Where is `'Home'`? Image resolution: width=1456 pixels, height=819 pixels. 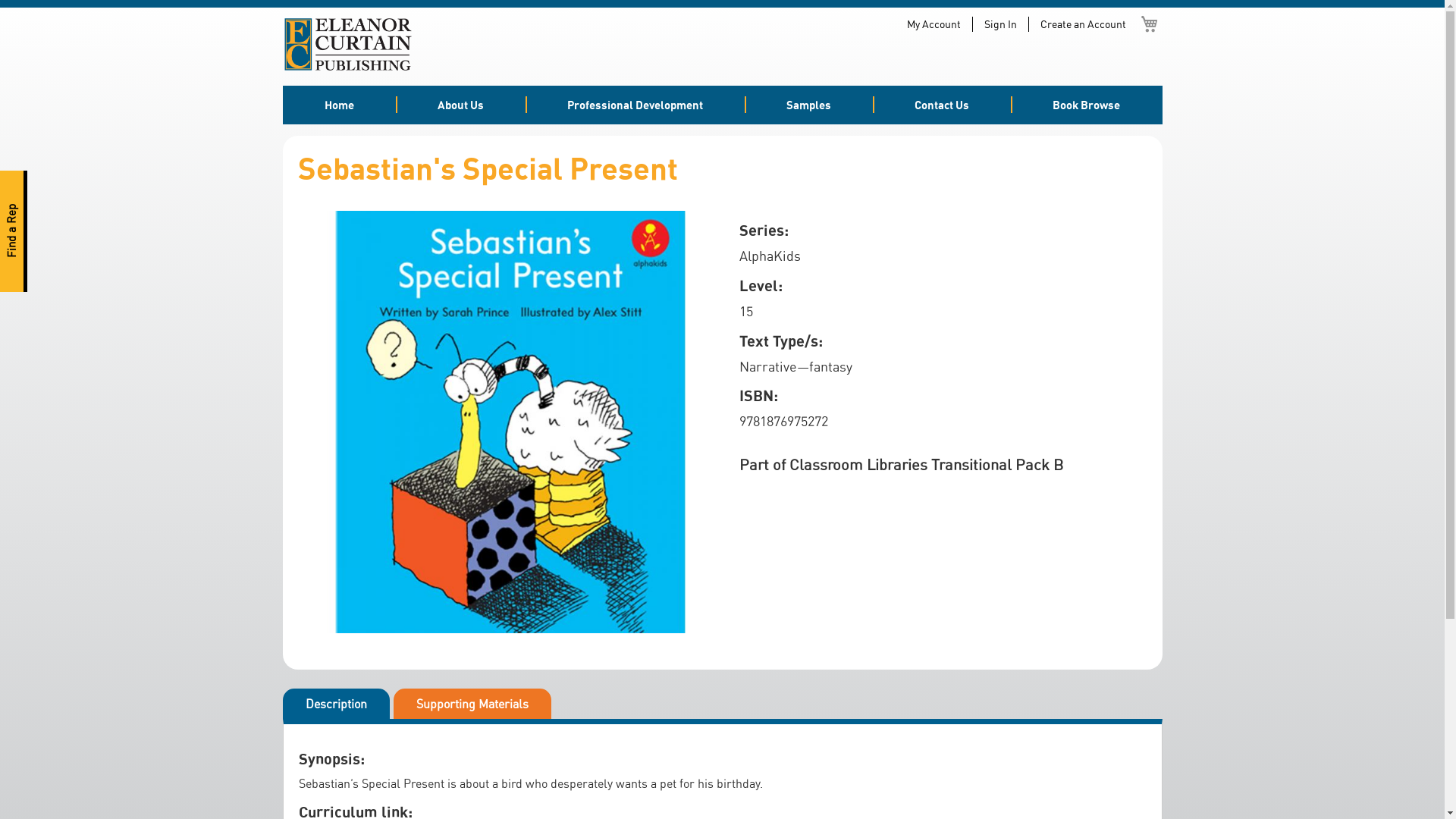
'Home' is located at coordinates (337, 104).